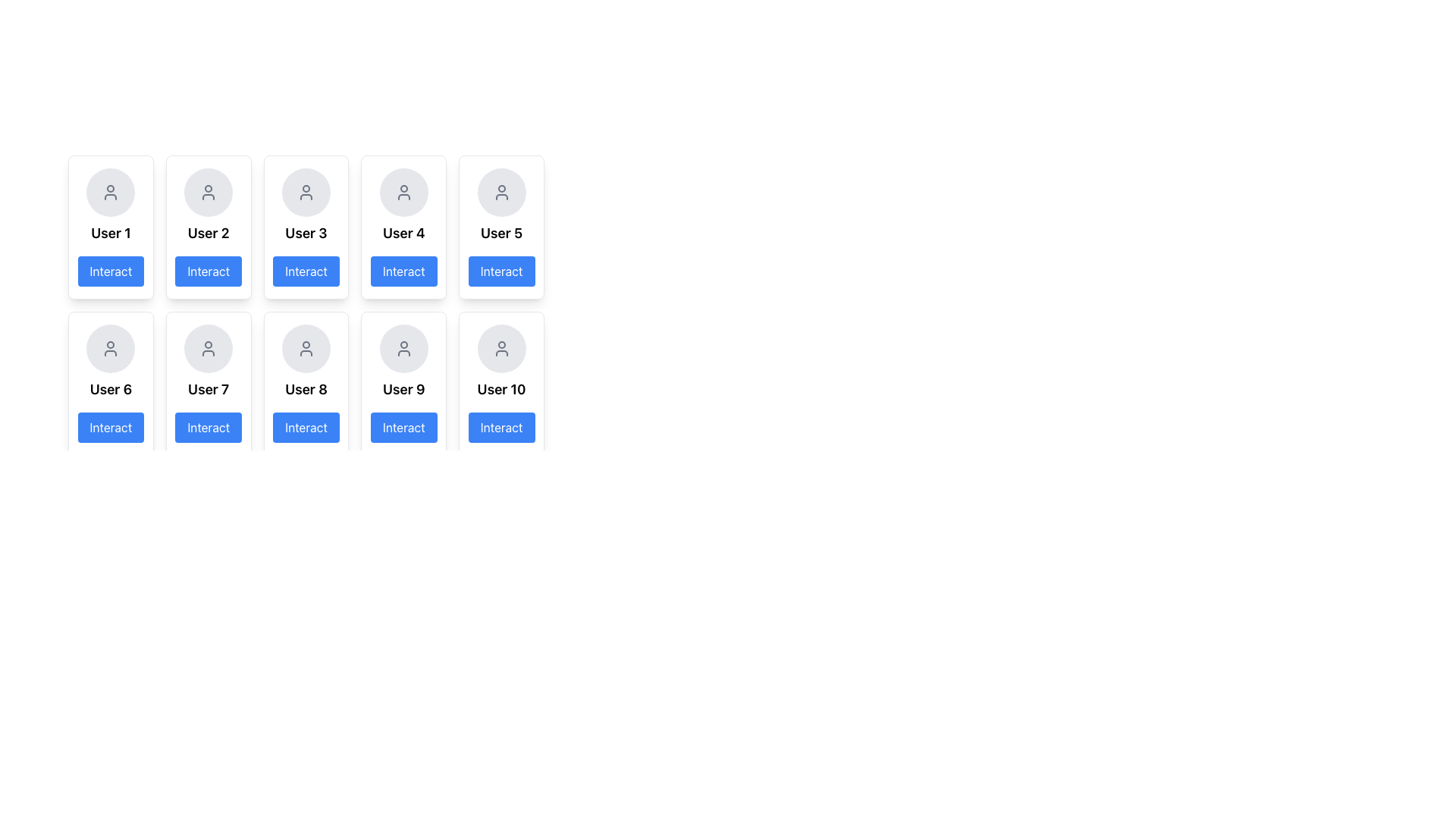 This screenshot has width=1456, height=819. Describe the element at coordinates (208, 192) in the screenshot. I see `the user icon element, which is a gray outline of a head and shoulders, located in the second user card labeled 'User 2' in the first row of a grid layout` at that location.